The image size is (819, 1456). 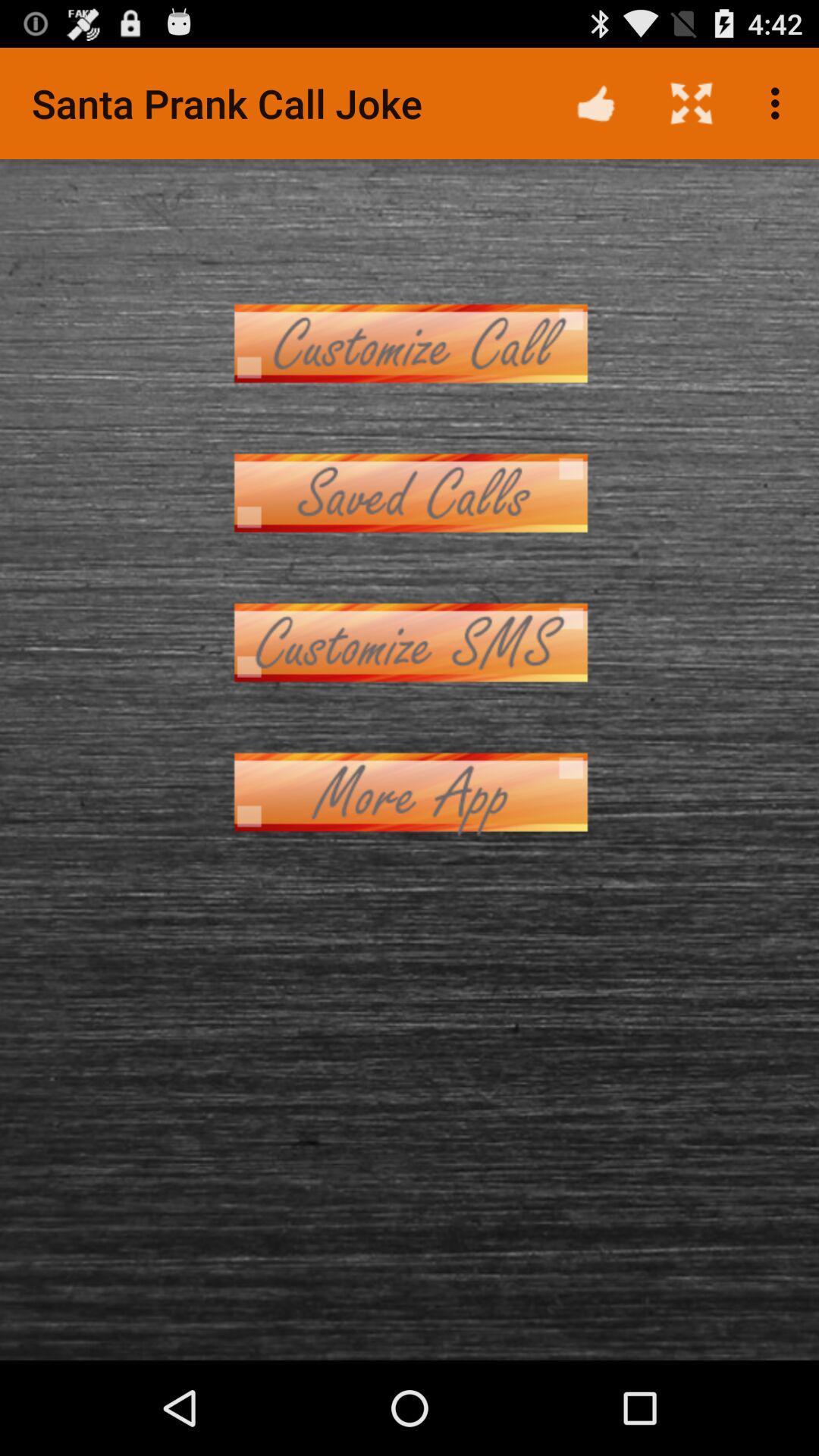 What do you see at coordinates (409, 642) in the screenshot?
I see `customize sms message` at bounding box center [409, 642].